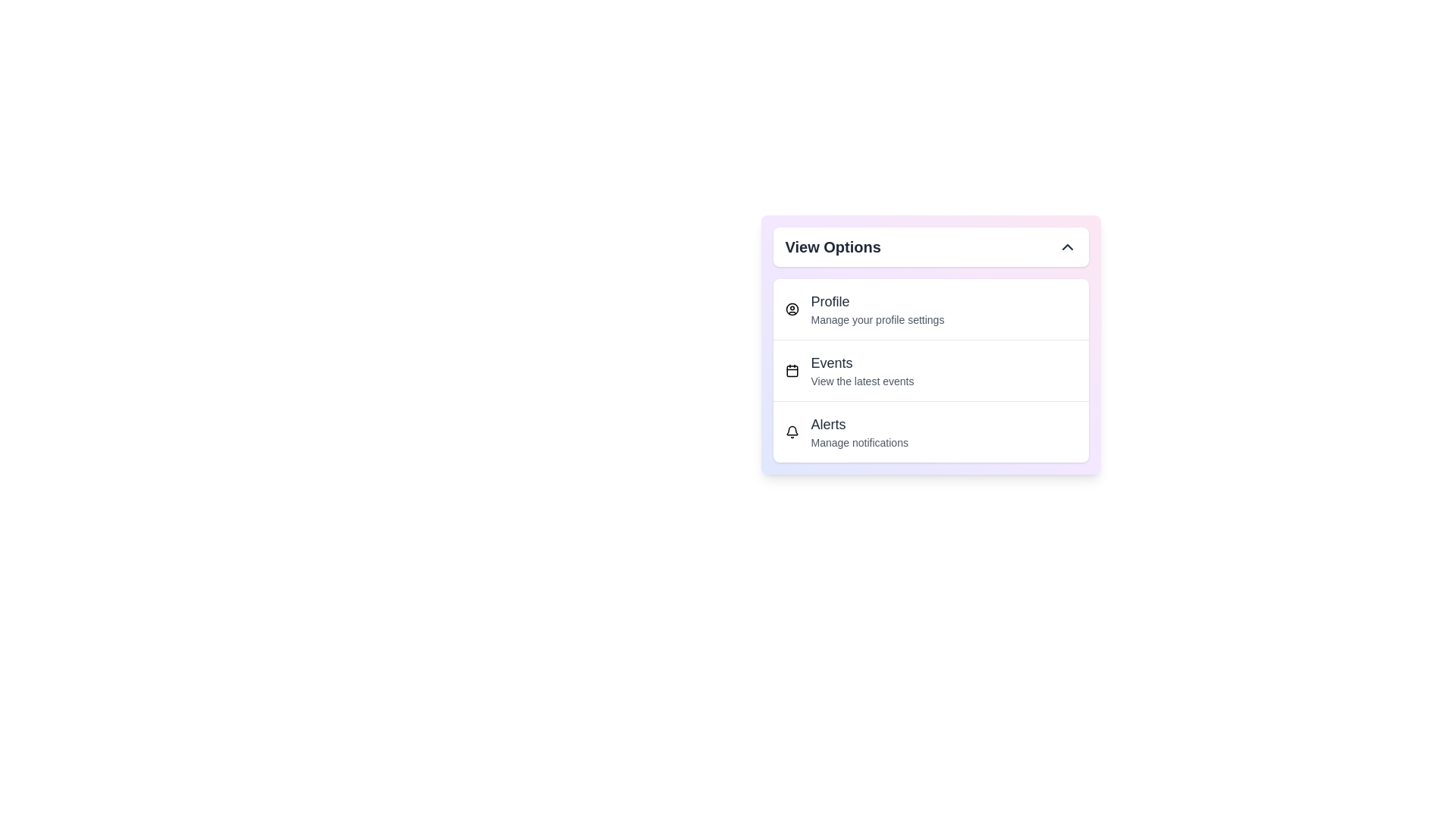 The width and height of the screenshot is (1456, 819). I want to click on the button labeled Events to observe visual changes, so click(930, 370).